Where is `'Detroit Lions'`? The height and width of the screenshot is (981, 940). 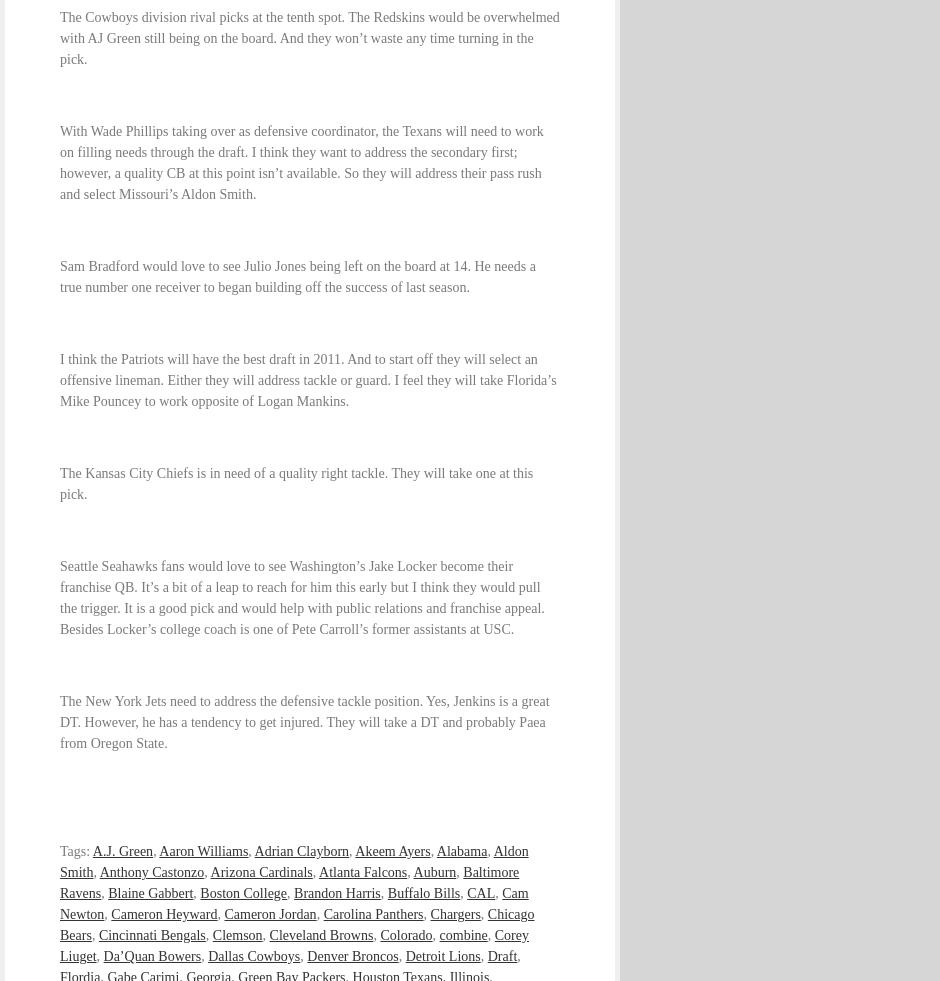 'Detroit Lions' is located at coordinates (441, 956).